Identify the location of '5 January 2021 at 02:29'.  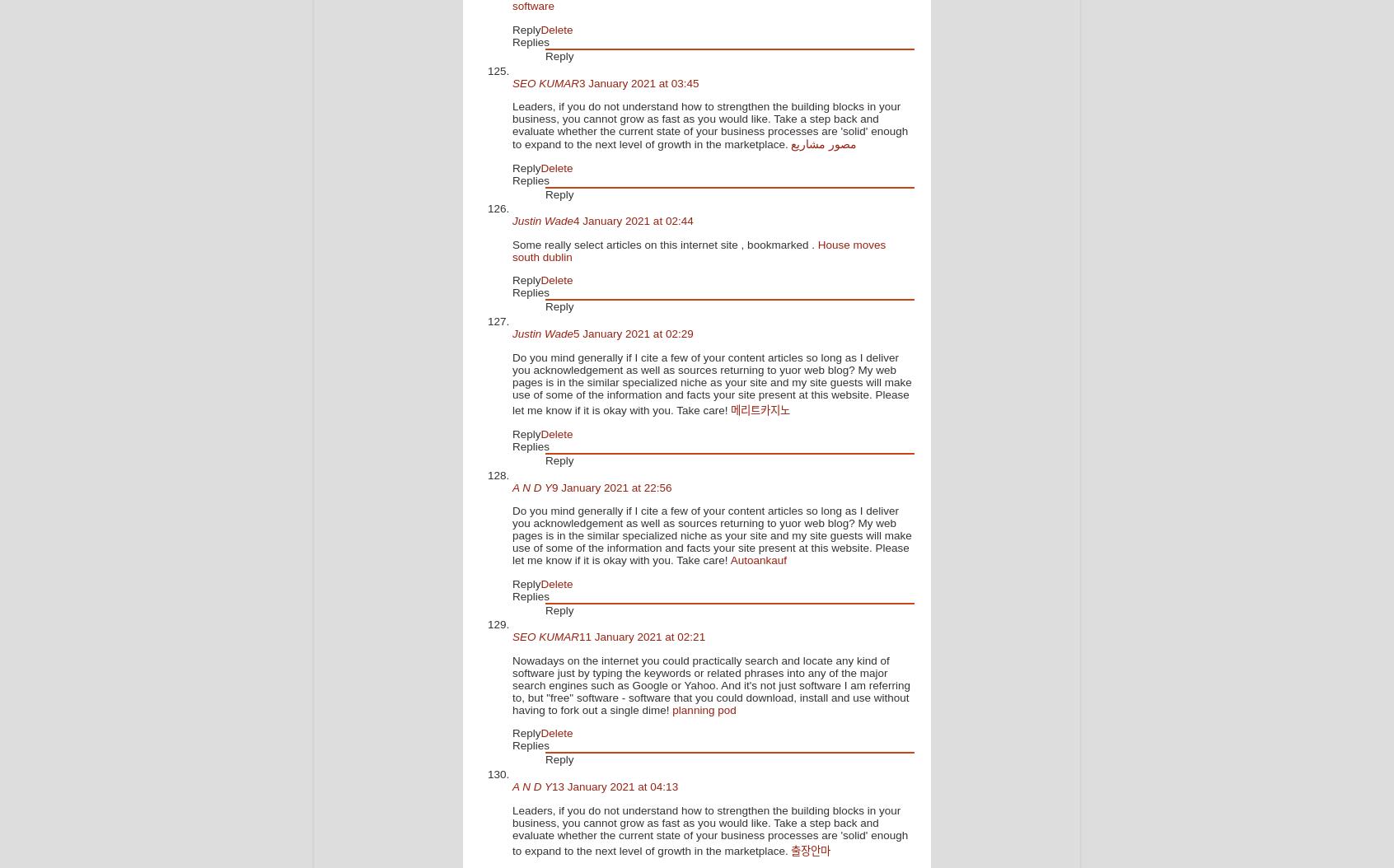
(632, 333).